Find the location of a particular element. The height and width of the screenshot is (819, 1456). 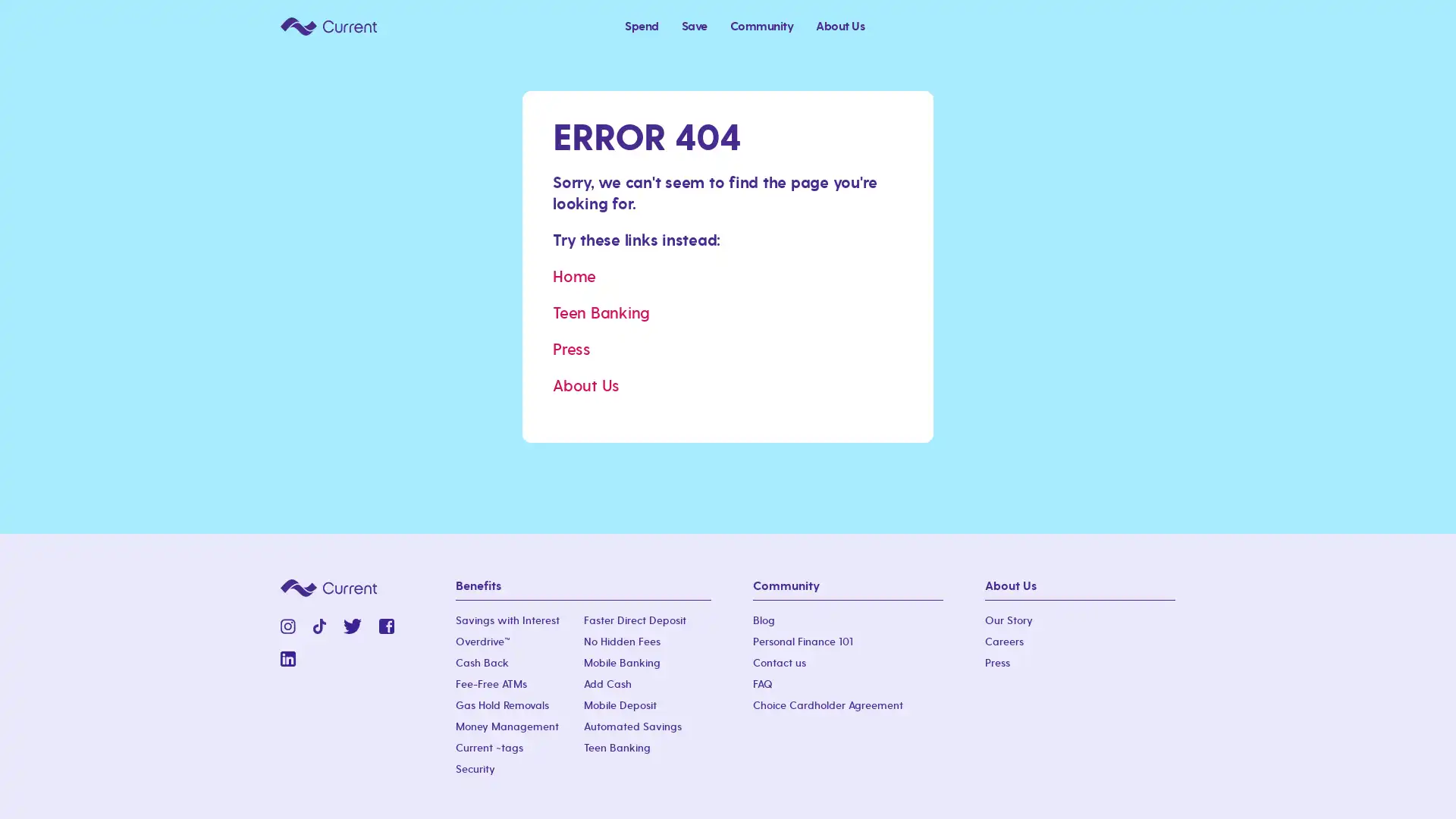

OverdriveTM is located at coordinates (482, 642).